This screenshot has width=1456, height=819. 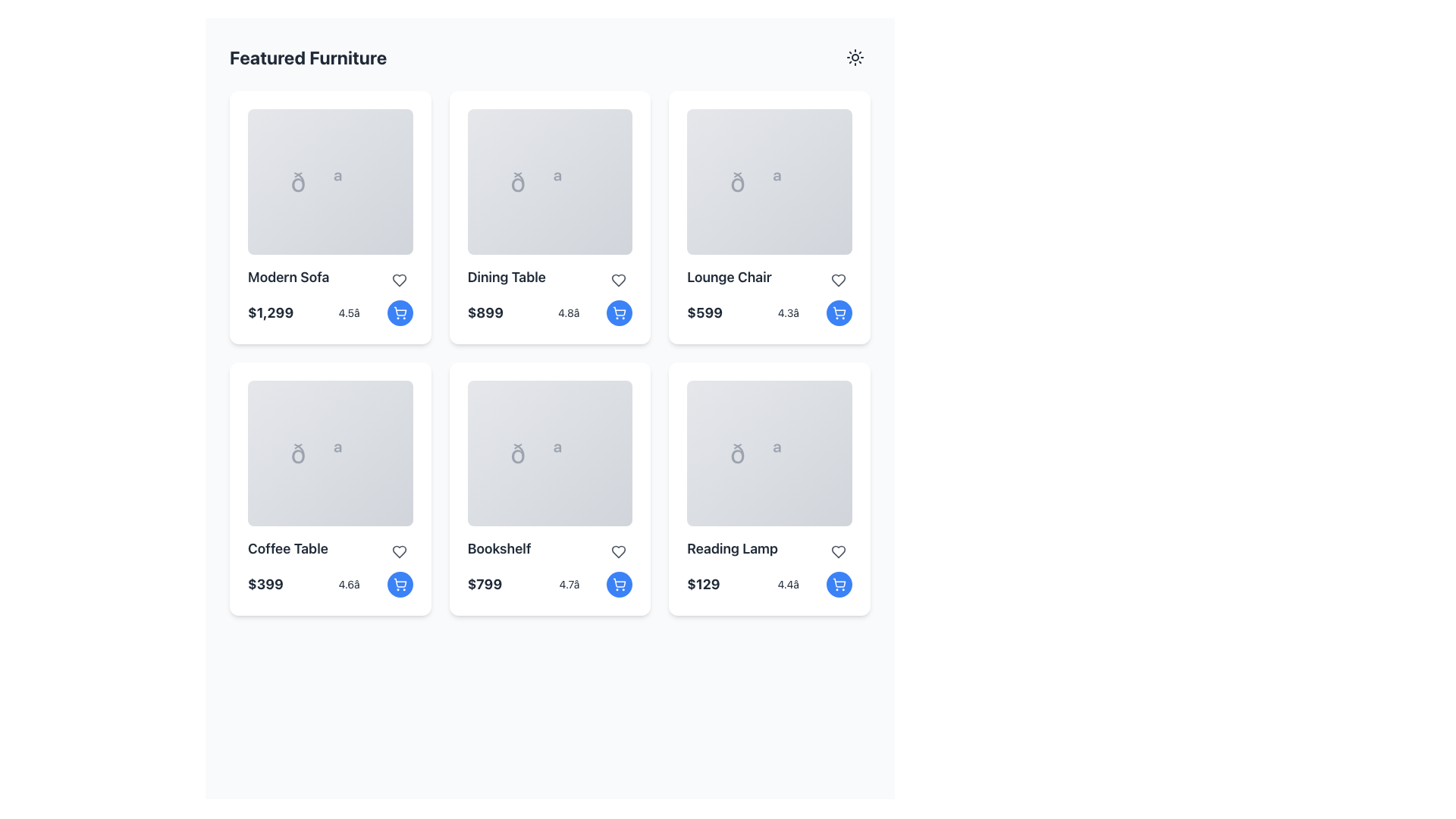 I want to click on the static text label that serves as the title of the product card, located in the third product card of the top row in the grid layout, so click(x=729, y=278).